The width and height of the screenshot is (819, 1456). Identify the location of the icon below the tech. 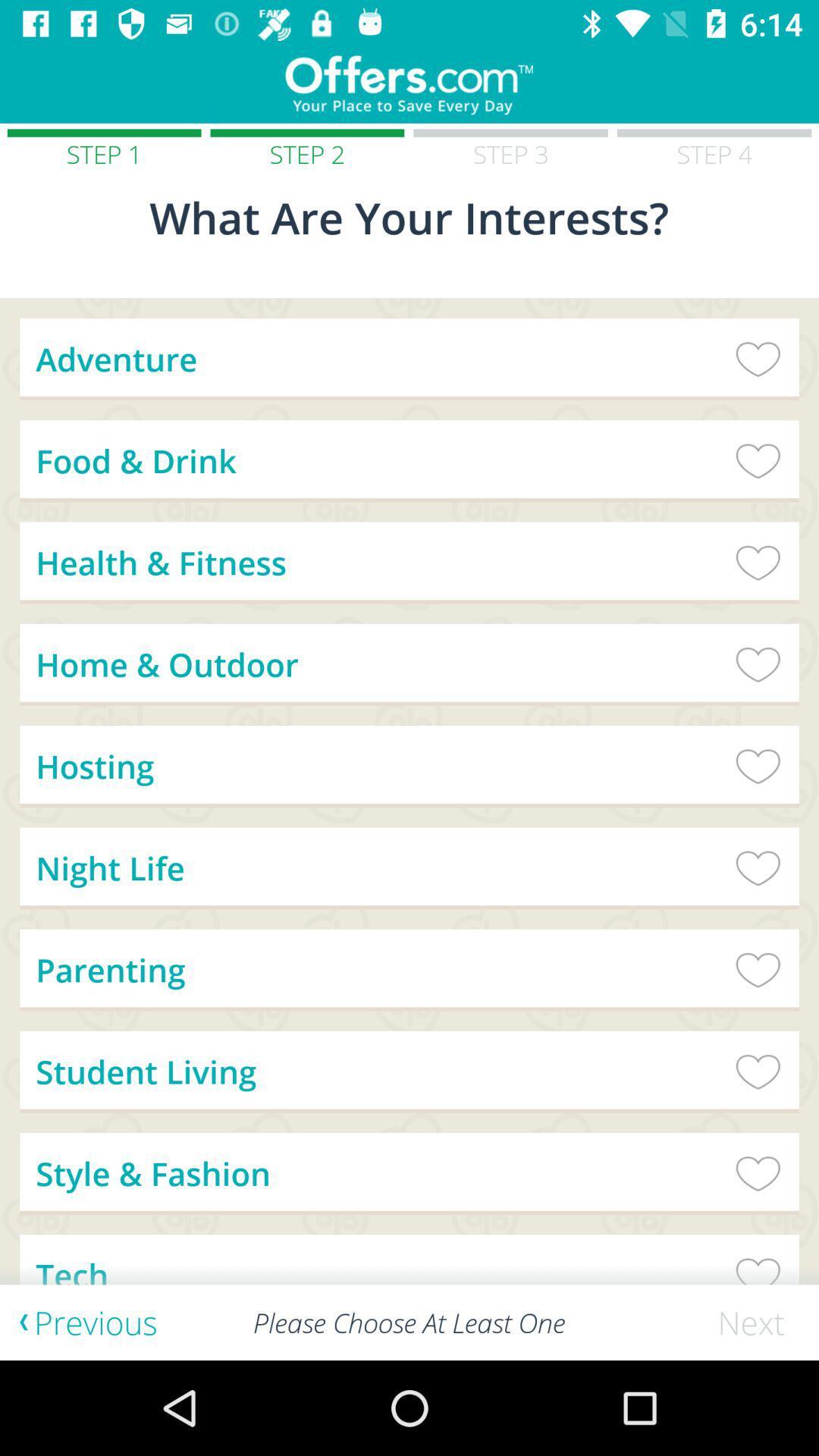
(758, 1322).